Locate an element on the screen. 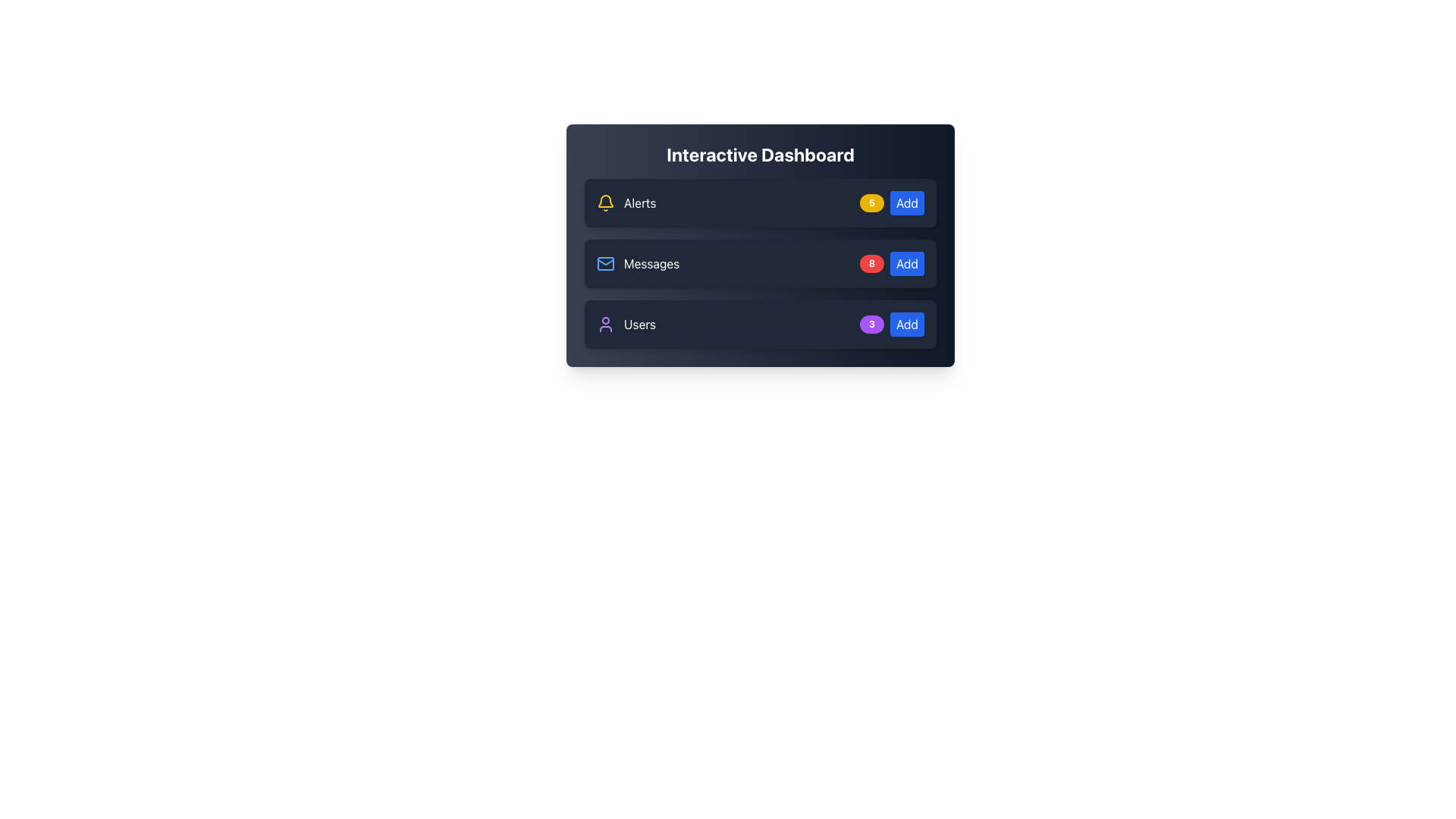 The height and width of the screenshot is (819, 1456). the bright blue rectangular button labeled 'Add' is located at coordinates (907, 202).